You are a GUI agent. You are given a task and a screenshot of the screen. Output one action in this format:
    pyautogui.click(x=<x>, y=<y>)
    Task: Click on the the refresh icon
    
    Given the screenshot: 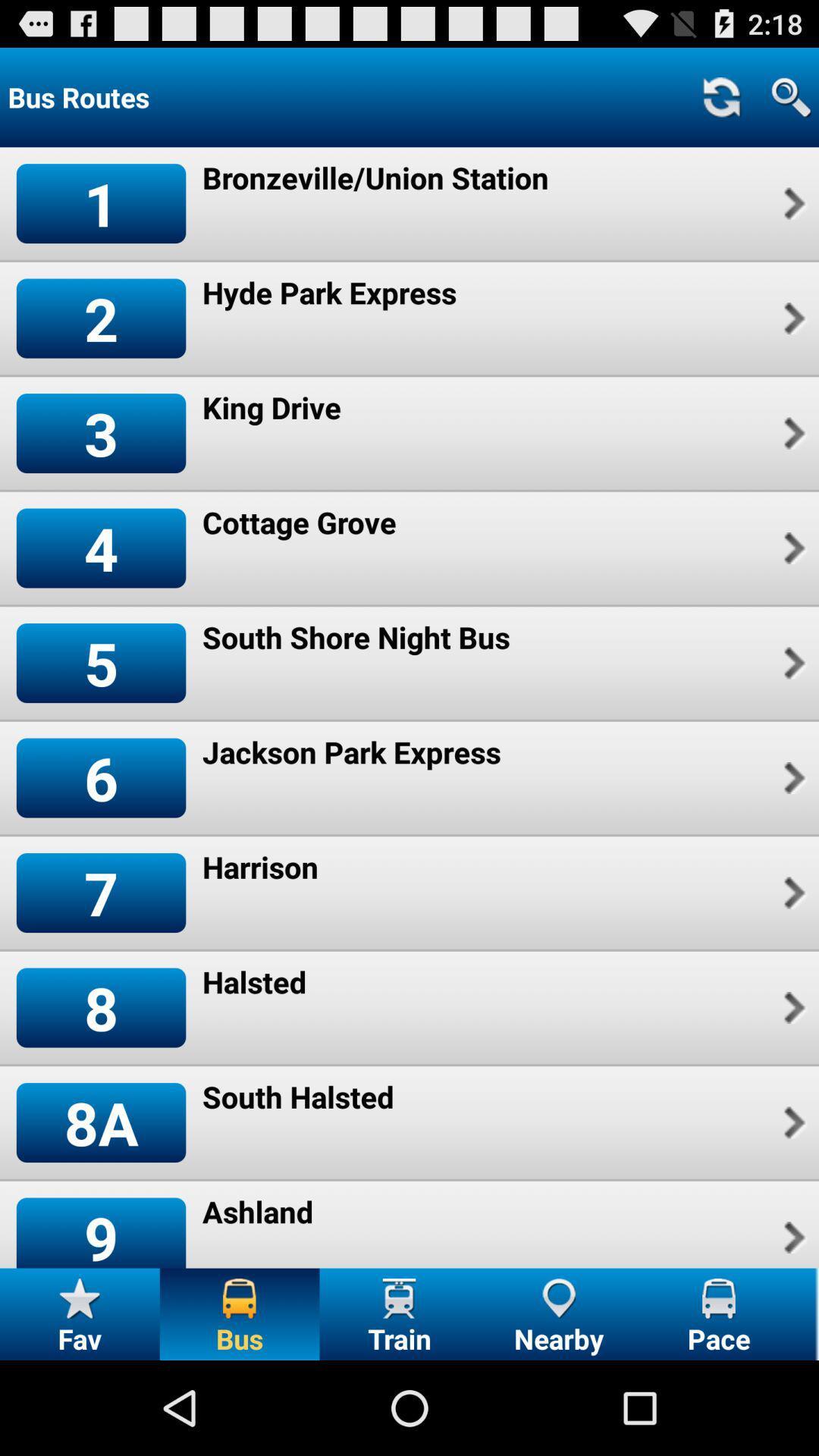 What is the action you would take?
    pyautogui.click(x=720, y=103)
    